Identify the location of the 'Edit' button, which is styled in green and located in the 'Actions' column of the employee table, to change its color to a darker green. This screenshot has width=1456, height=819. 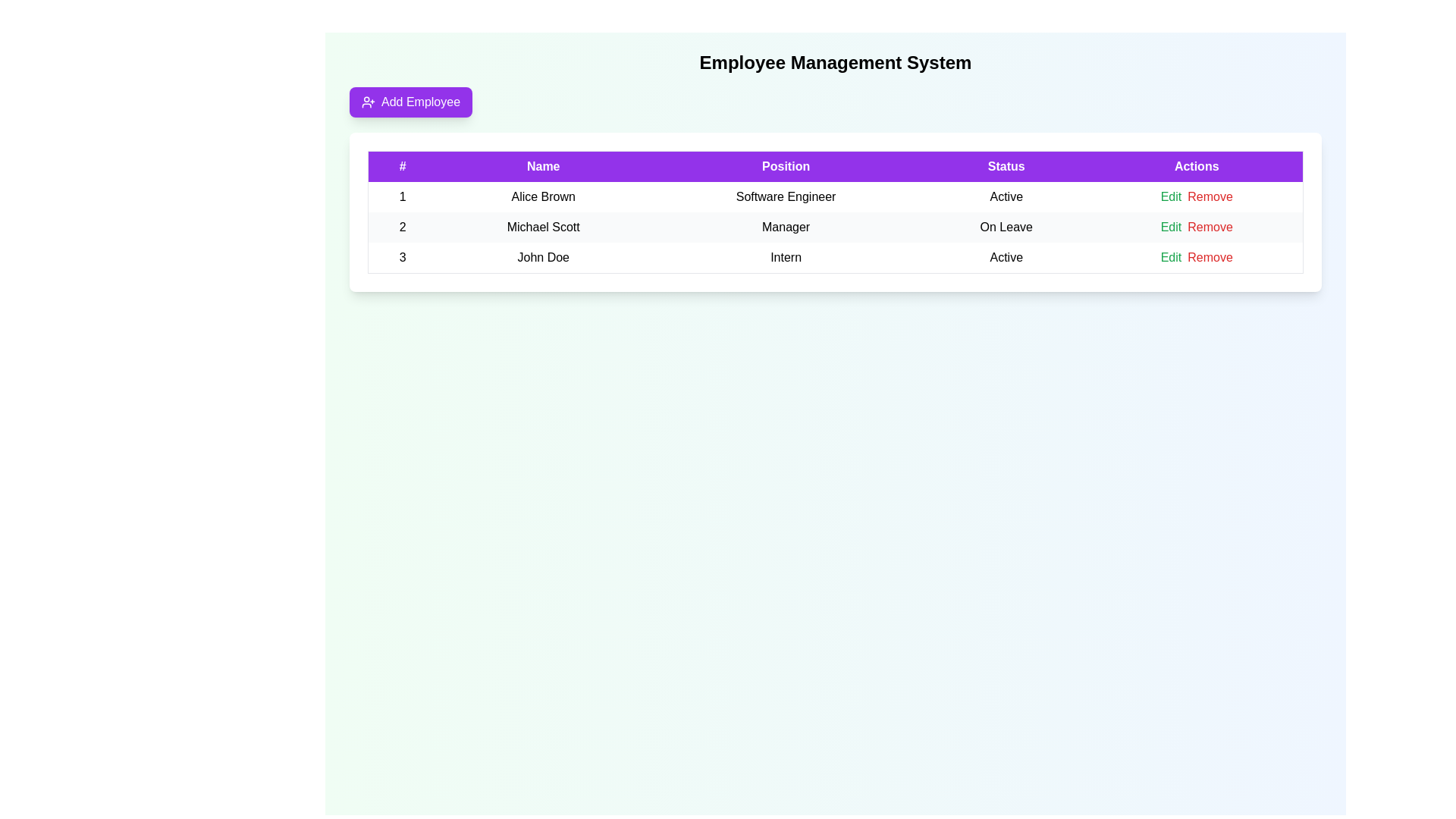
(1170, 196).